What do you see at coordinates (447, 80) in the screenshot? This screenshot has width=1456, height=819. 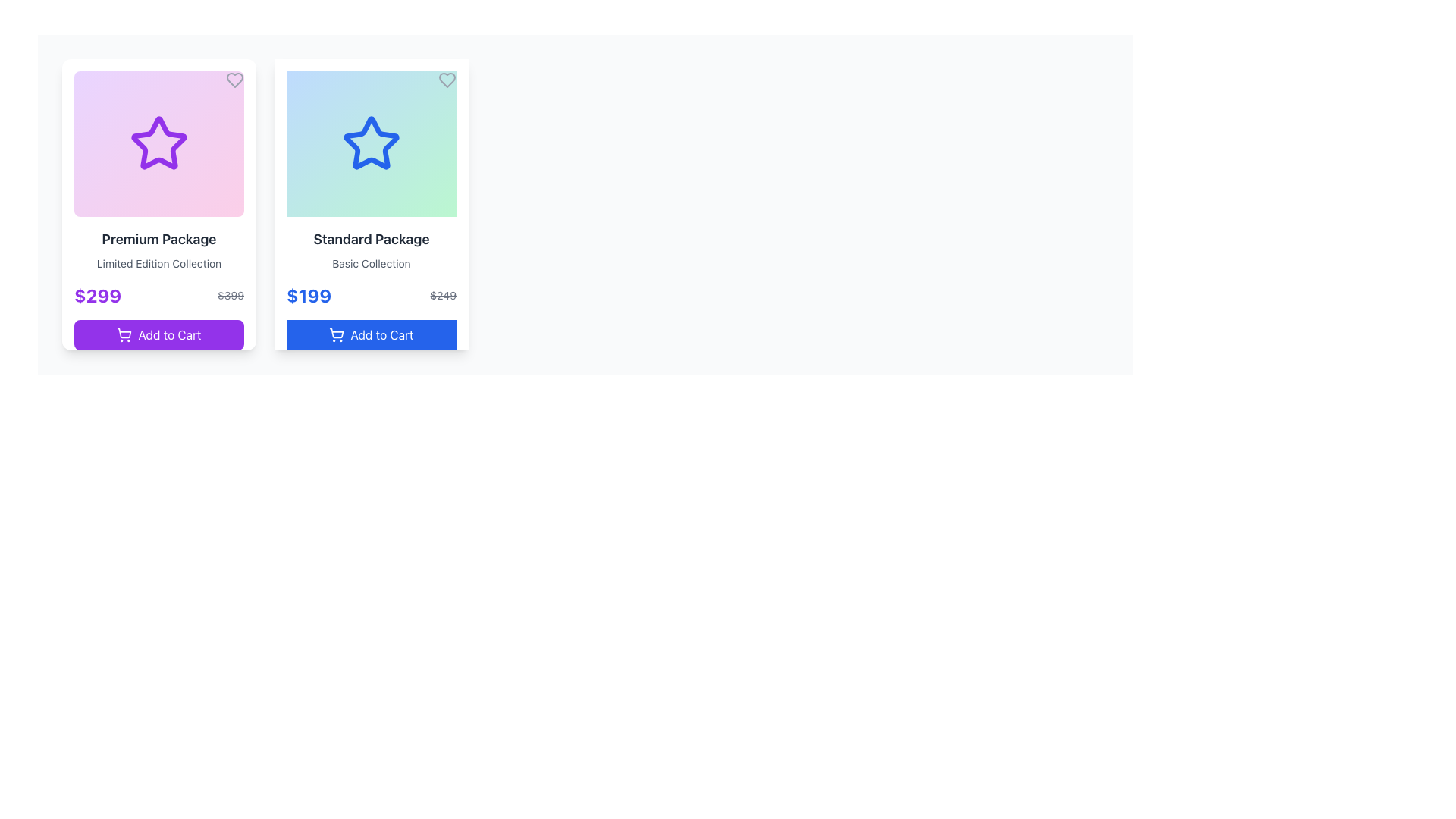 I see `the heart icon located at the top-right of the 'Standard Package' product details box` at bounding box center [447, 80].